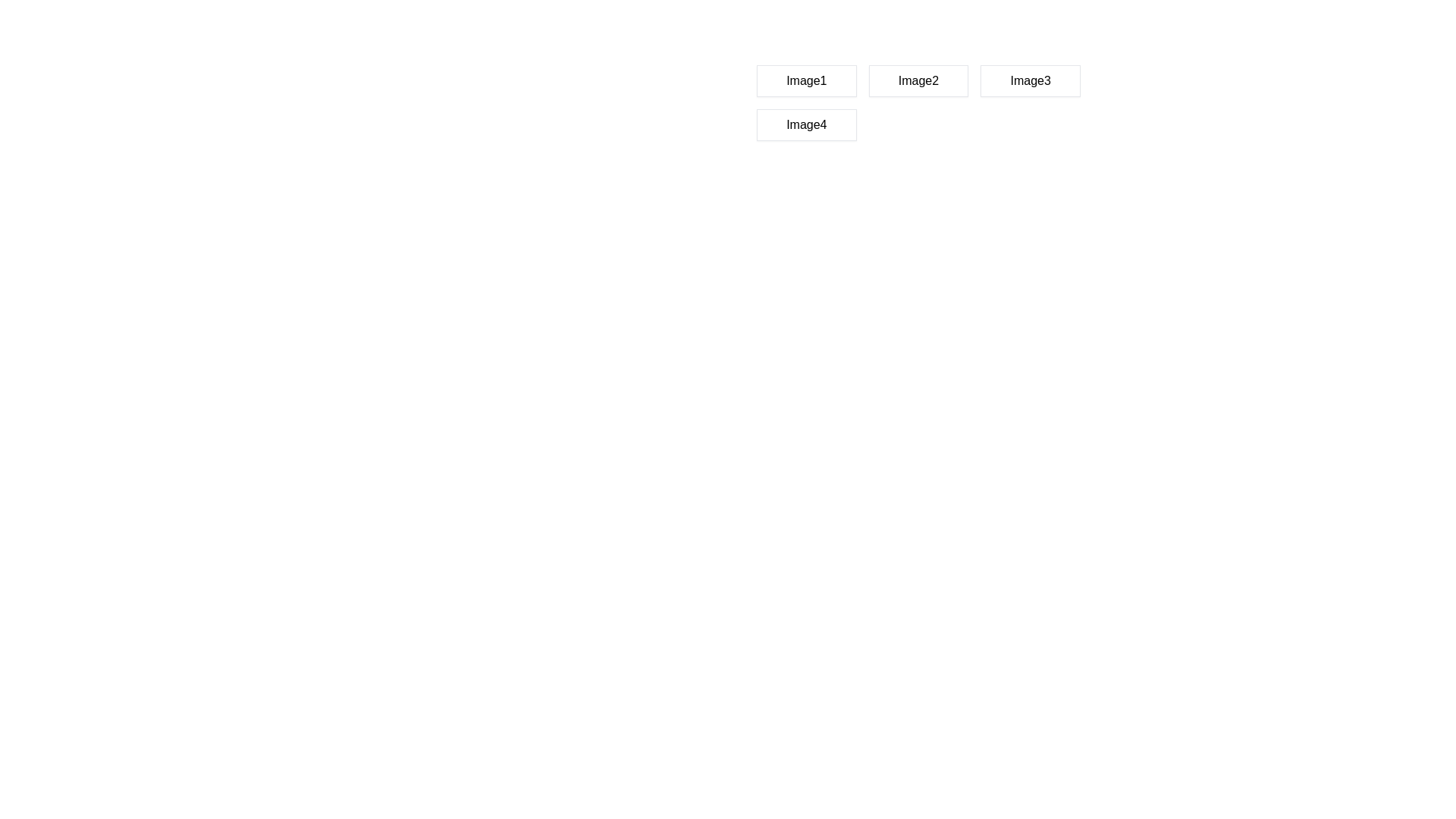 The height and width of the screenshot is (819, 1456). I want to click on the button that triggers an event or navigates to 'Image2', positioned, so click(918, 81).